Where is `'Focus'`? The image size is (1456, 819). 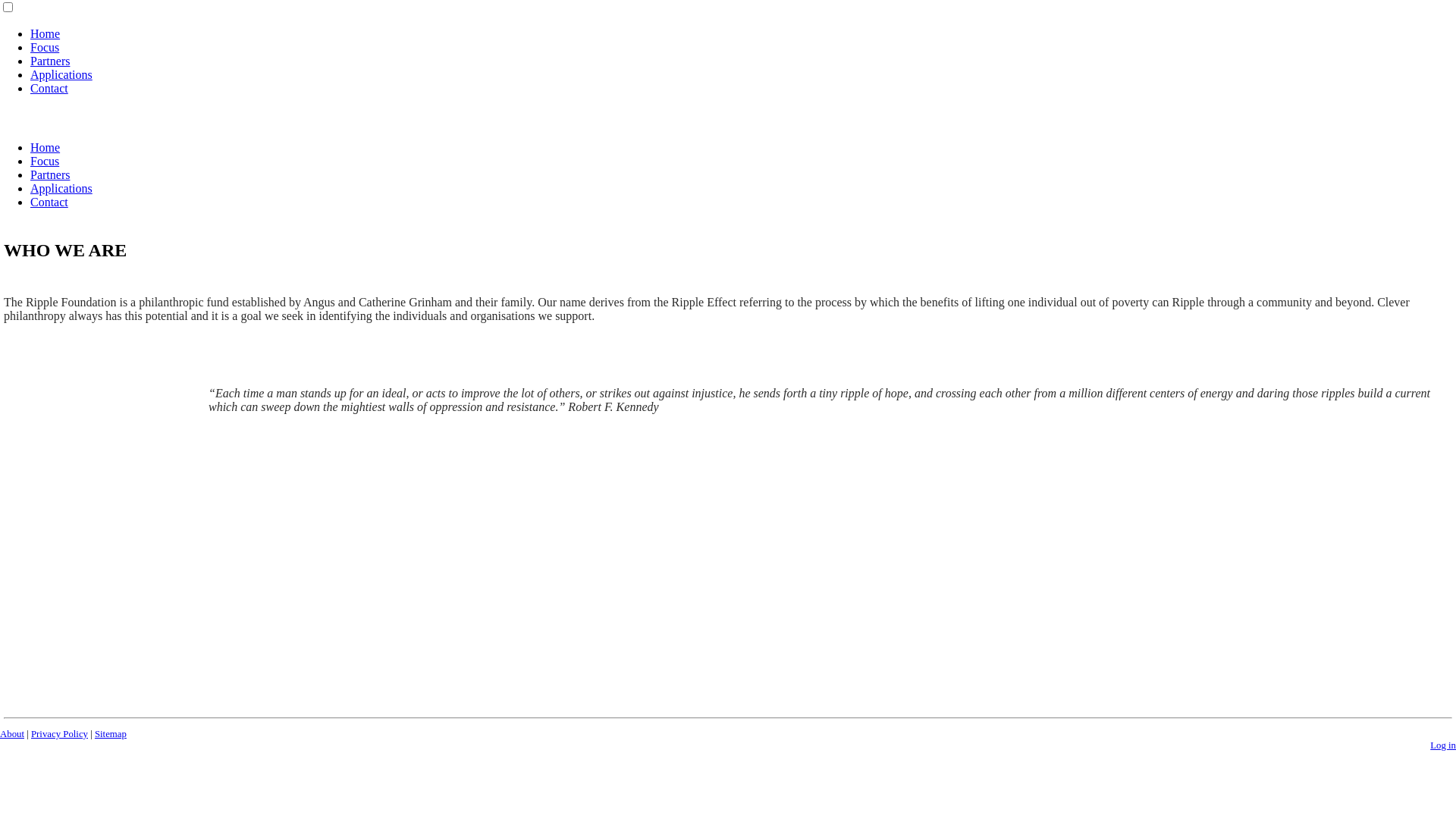
'Focus' is located at coordinates (30, 161).